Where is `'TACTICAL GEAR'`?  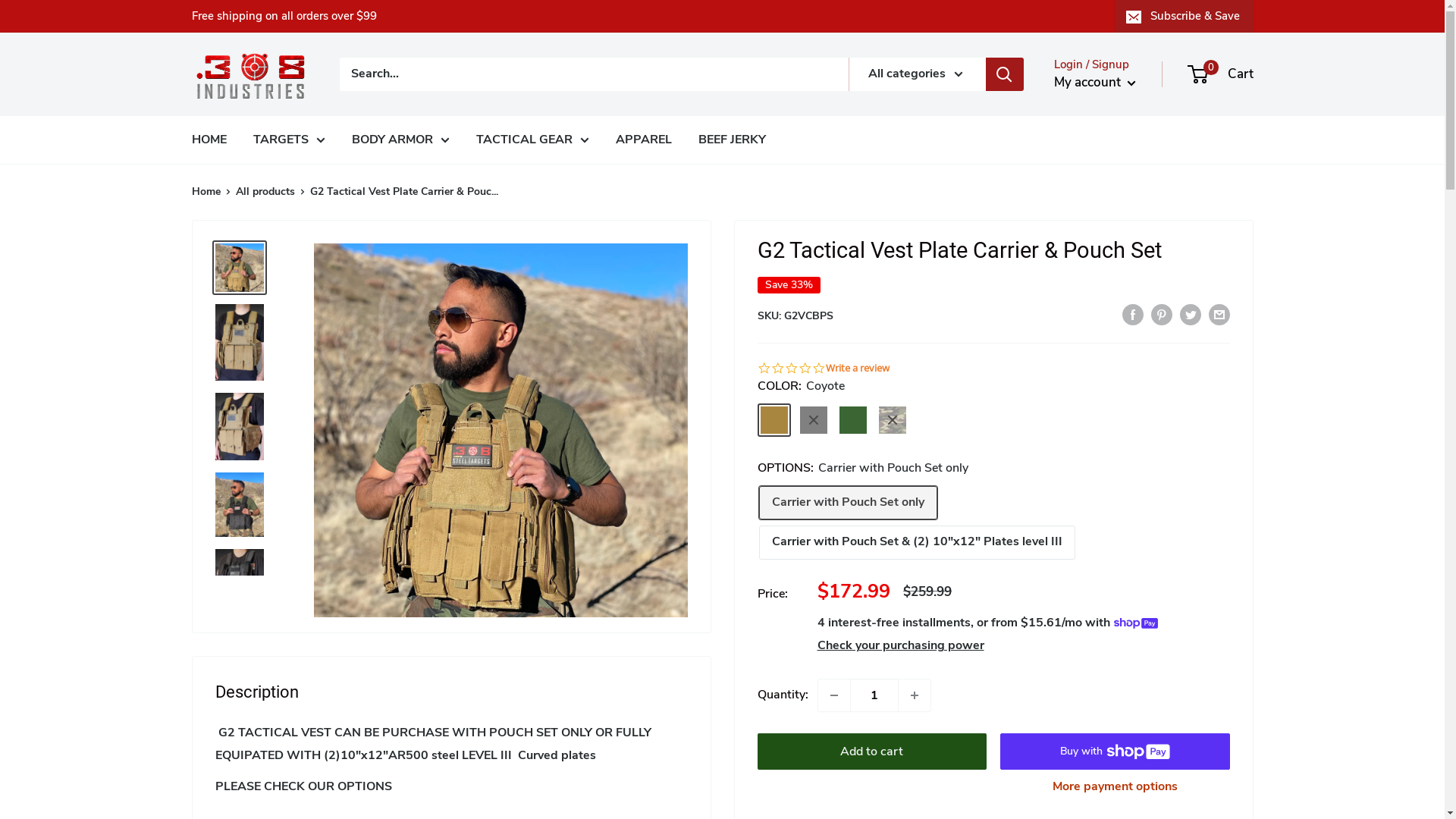 'TACTICAL GEAR' is located at coordinates (532, 140).